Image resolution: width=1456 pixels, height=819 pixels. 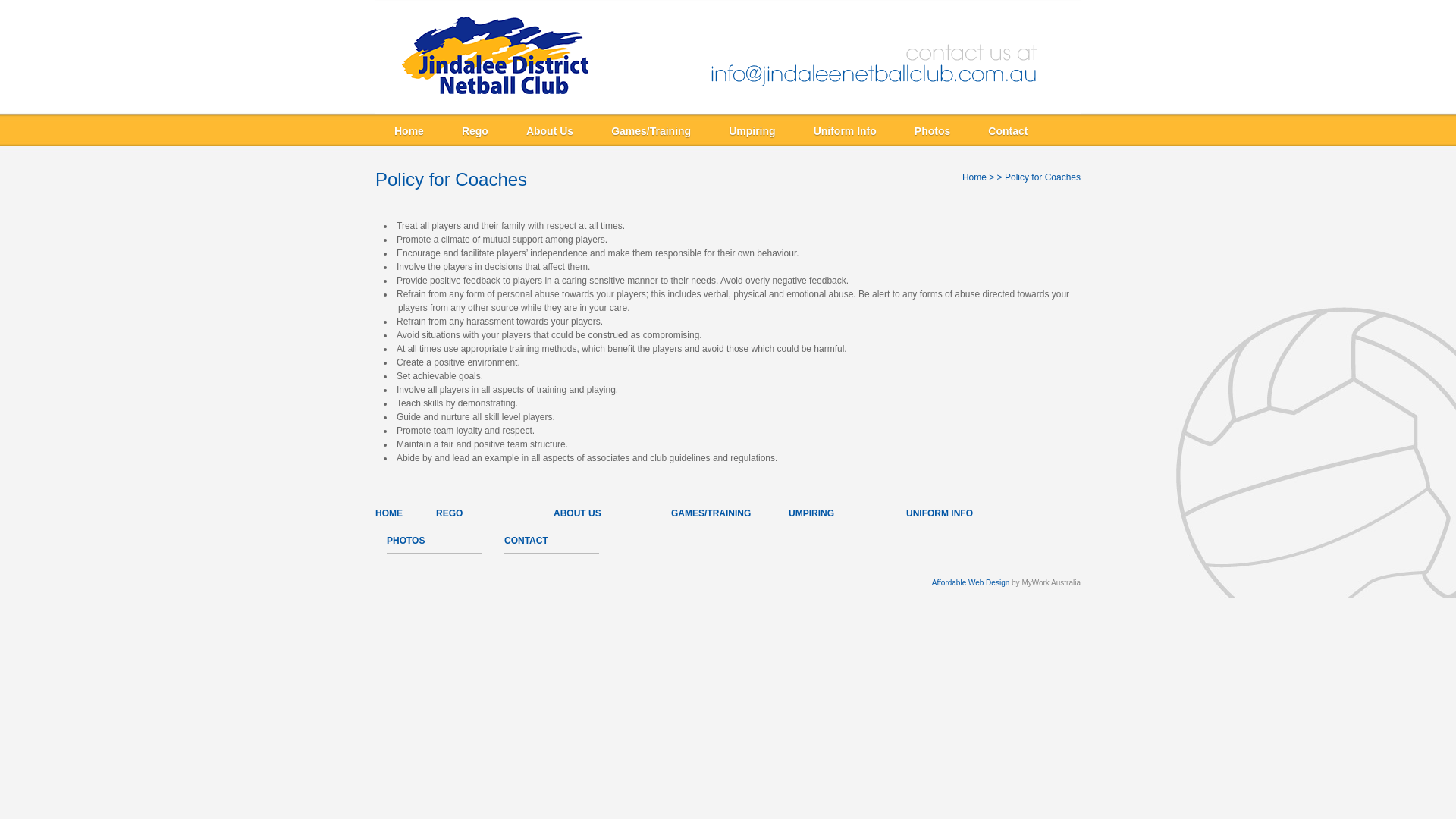 What do you see at coordinates (446, 130) in the screenshot?
I see `'Rego'` at bounding box center [446, 130].